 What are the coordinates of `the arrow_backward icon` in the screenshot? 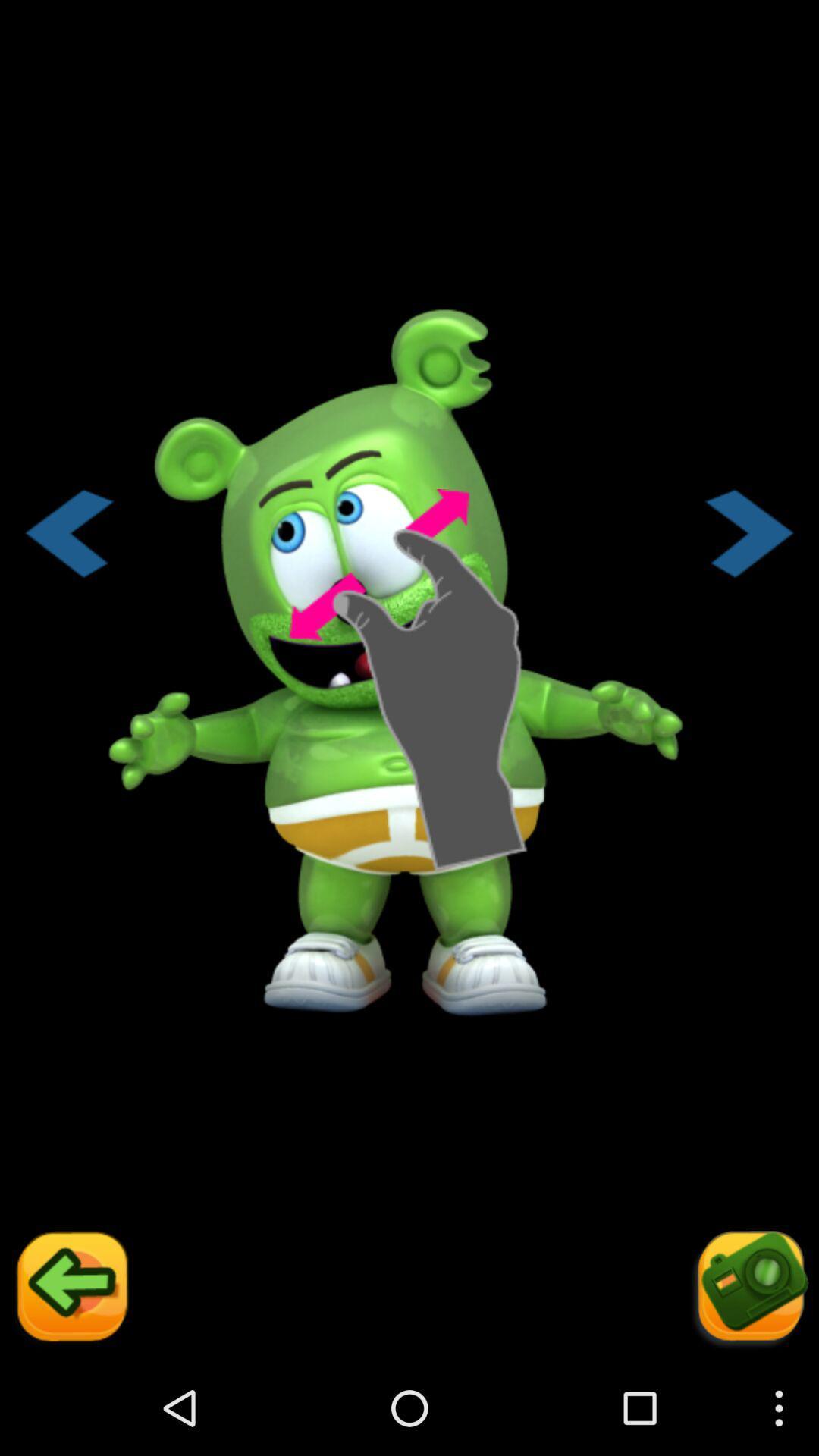 It's located at (70, 1381).